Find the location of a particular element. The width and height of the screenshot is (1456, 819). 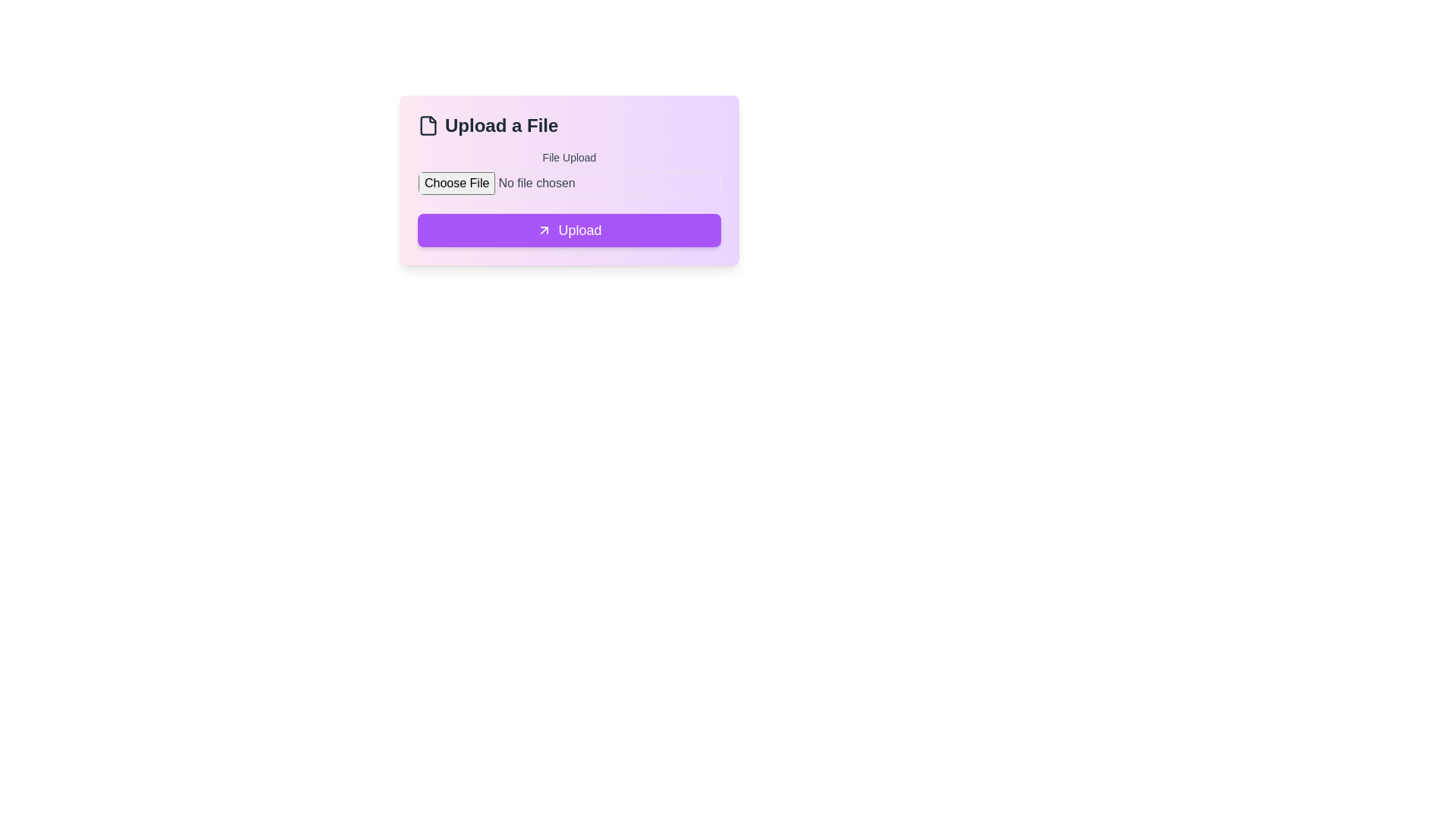

the compact document icon located to the left of the 'Upload a File' text in the heading area is located at coordinates (428, 124).